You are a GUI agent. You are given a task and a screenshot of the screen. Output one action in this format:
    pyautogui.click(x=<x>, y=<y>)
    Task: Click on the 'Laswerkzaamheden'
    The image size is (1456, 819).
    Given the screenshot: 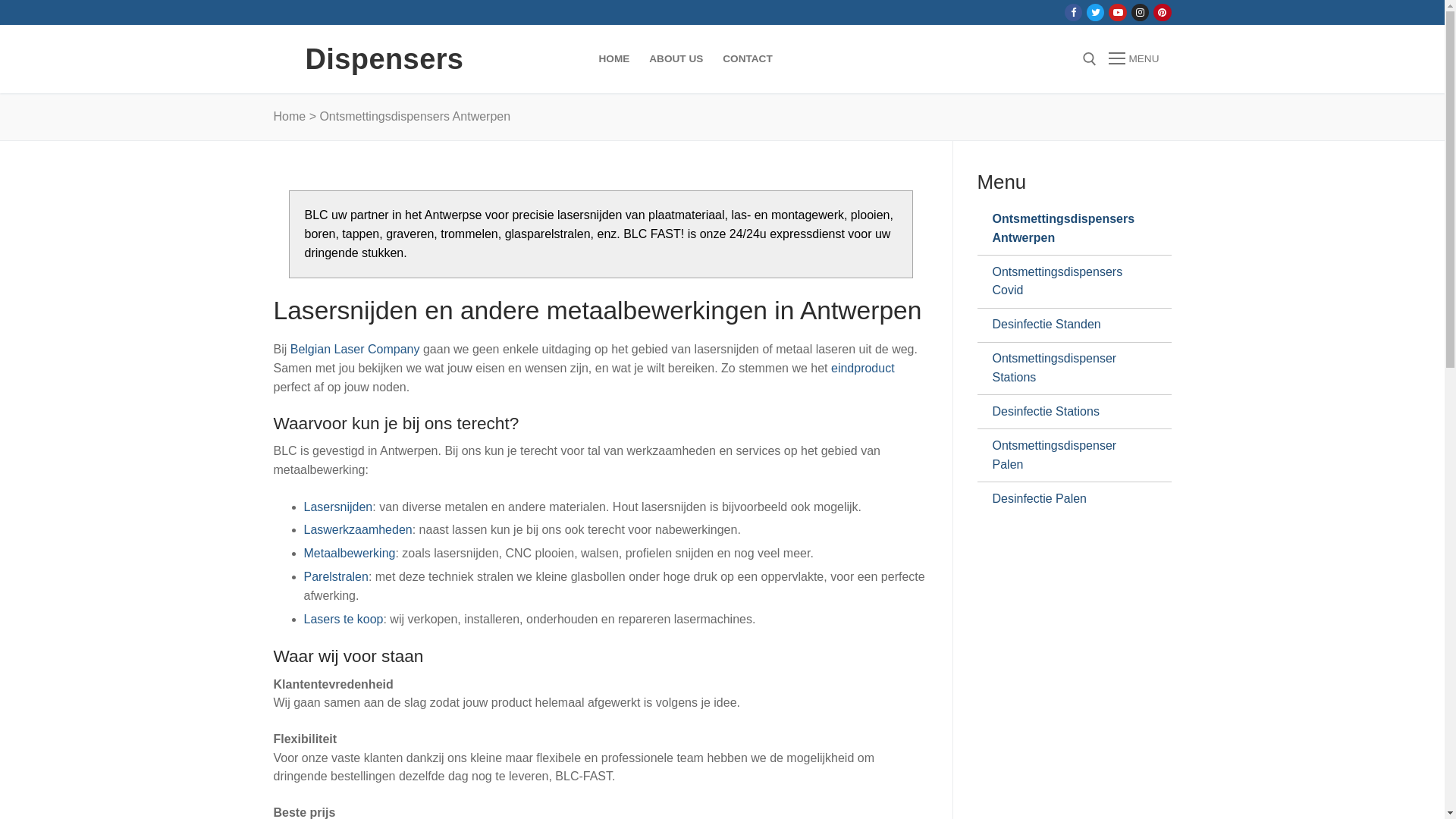 What is the action you would take?
    pyautogui.click(x=356, y=529)
    